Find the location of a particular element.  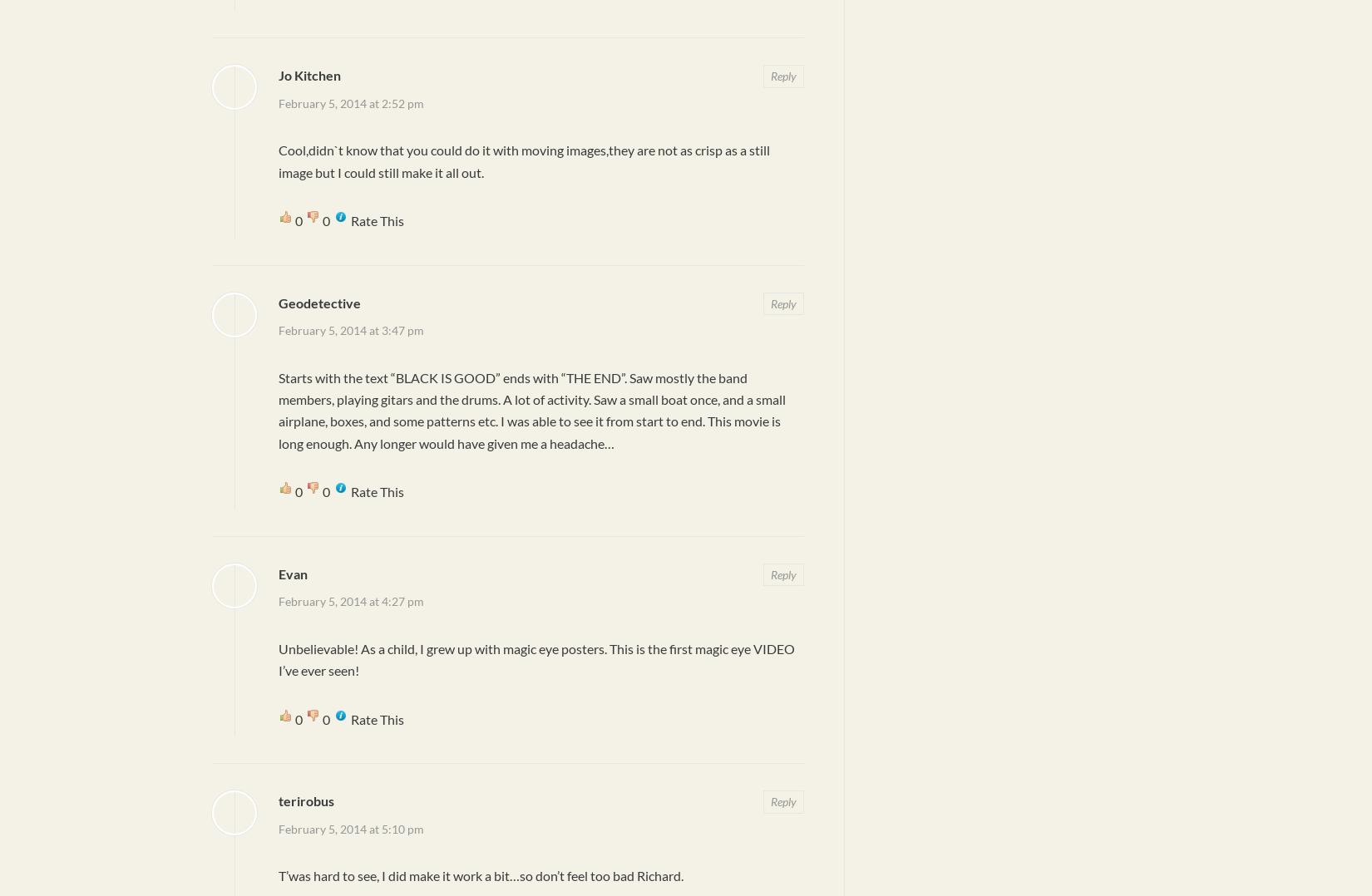

'February 5, 2014 at 2:52 pm' is located at coordinates (350, 102).